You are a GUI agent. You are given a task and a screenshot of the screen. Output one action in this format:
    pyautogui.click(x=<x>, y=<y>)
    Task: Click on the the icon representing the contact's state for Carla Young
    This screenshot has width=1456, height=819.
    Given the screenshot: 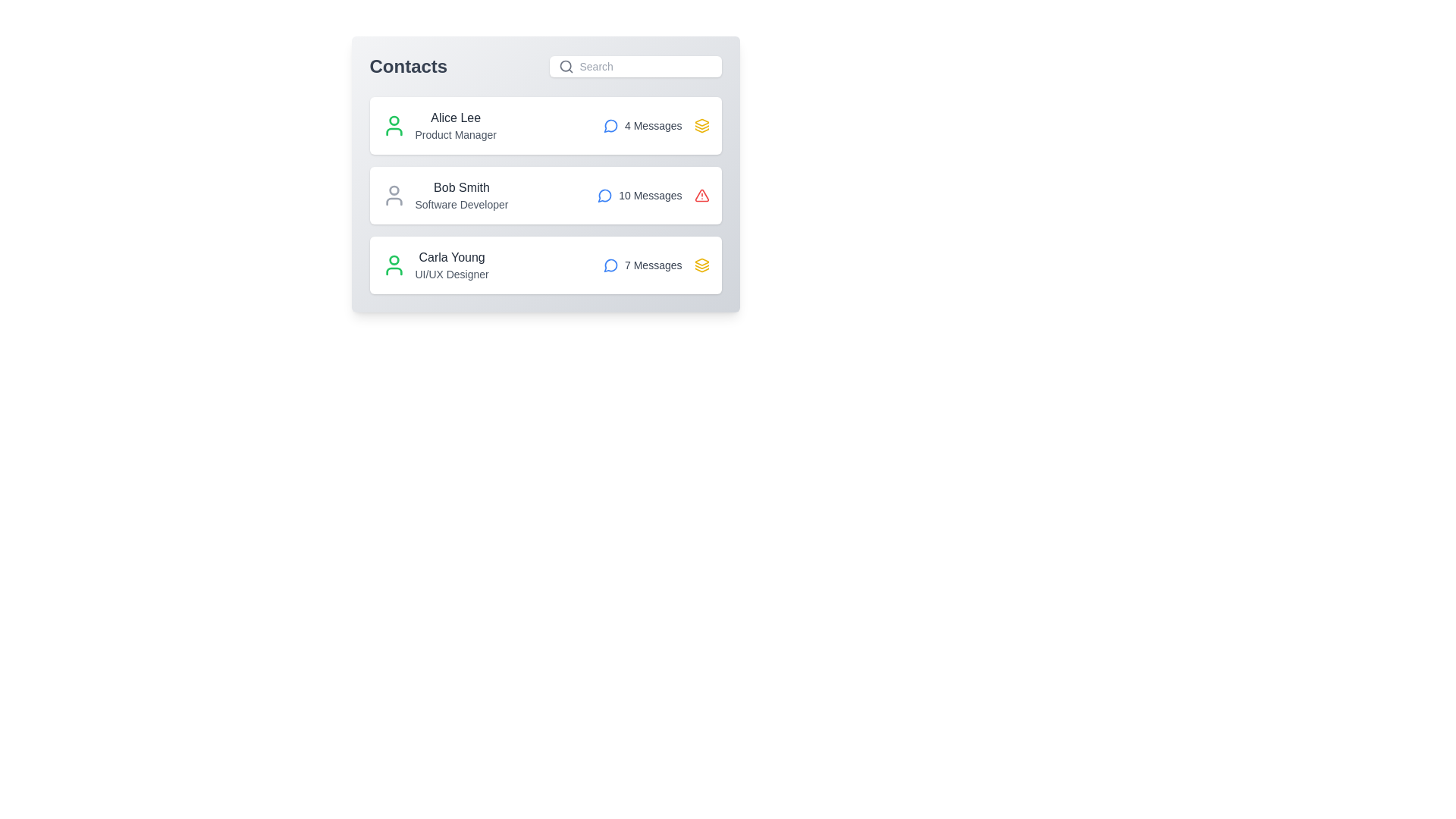 What is the action you would take?
    pyautogui.click(x=701, y=265)
    